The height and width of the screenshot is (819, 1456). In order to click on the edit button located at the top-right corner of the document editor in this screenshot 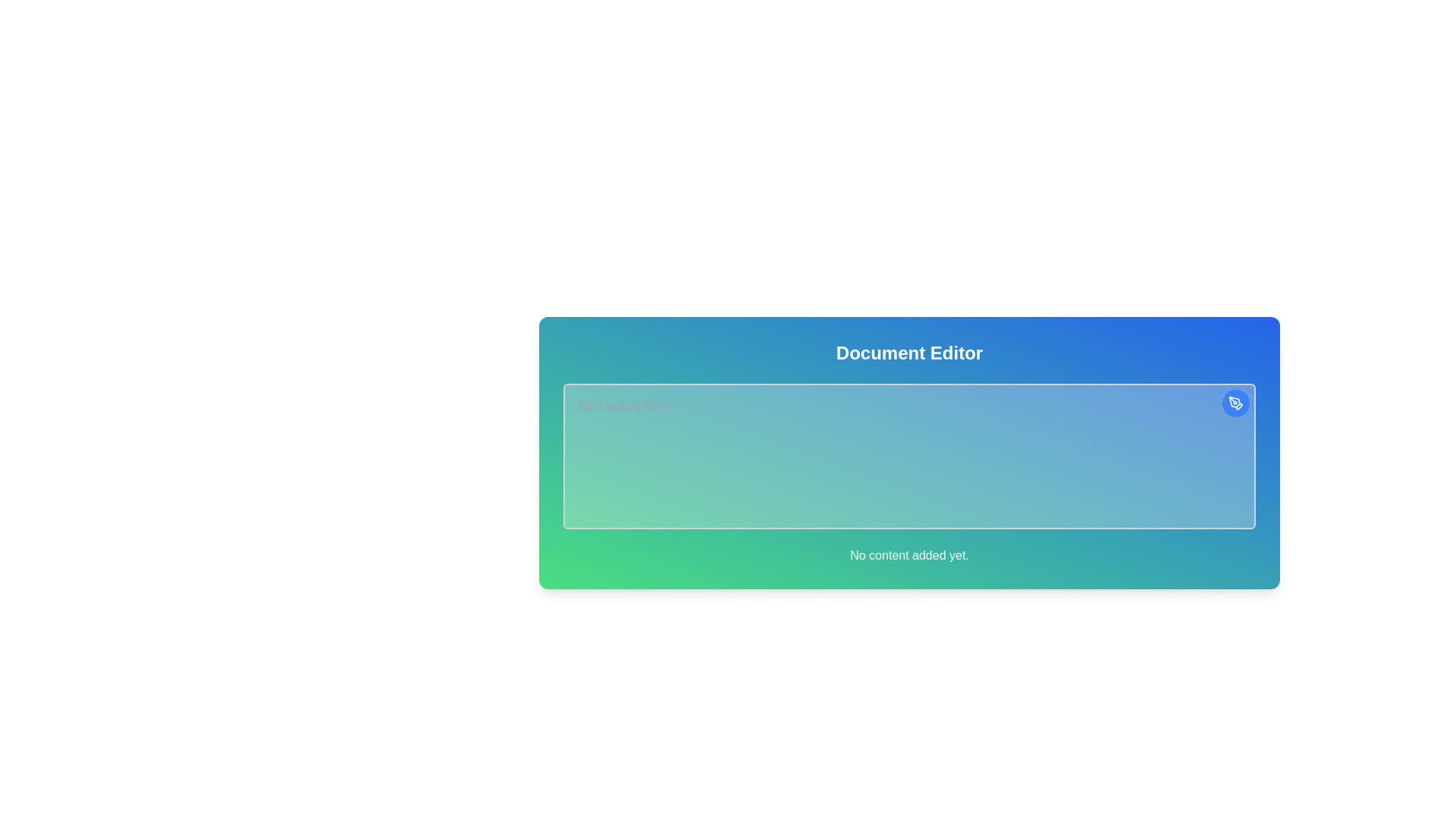, I will do `click(1236, 403)`.